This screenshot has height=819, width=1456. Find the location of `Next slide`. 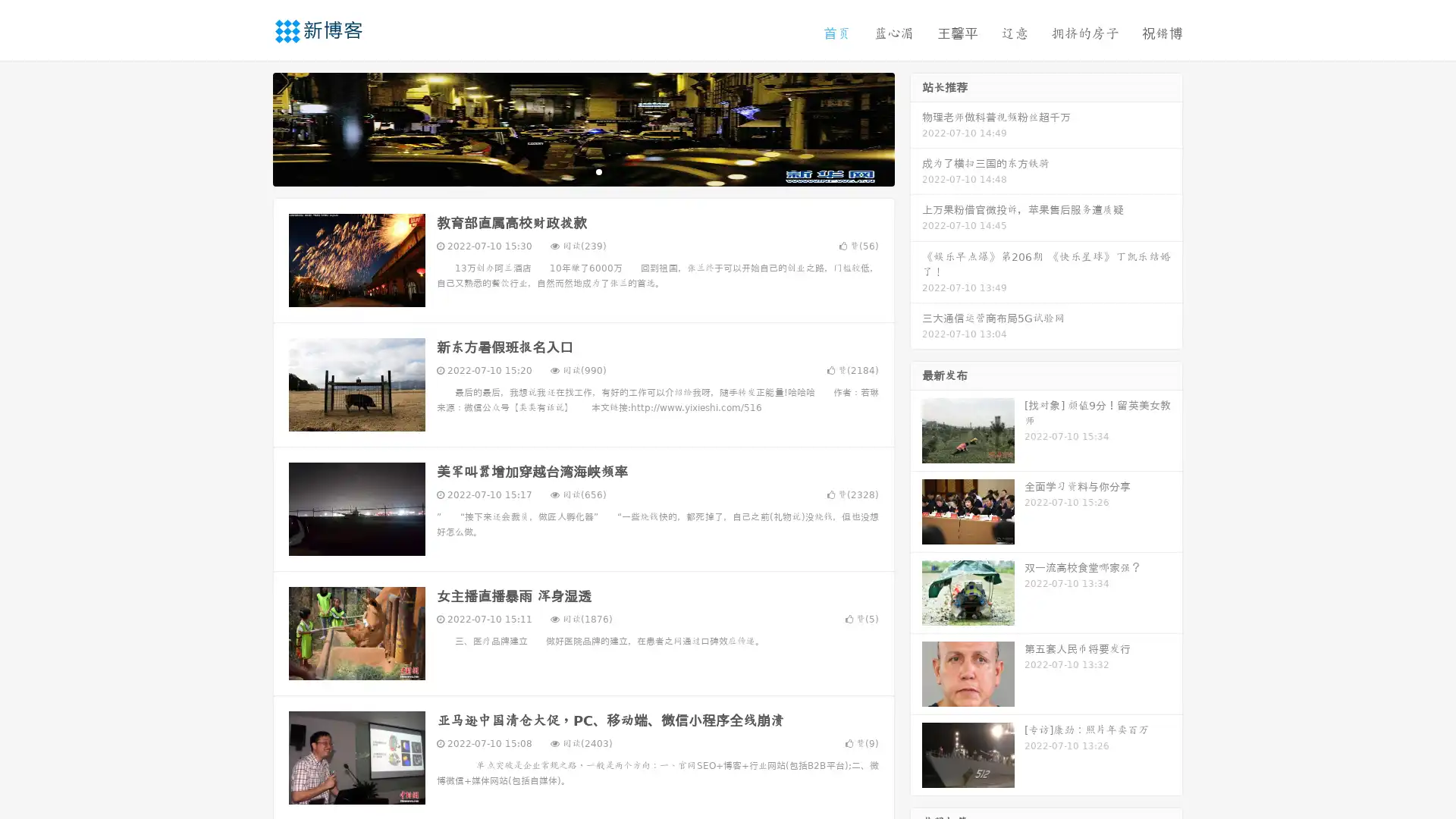

Next slide is located at coordinates (916, 127).